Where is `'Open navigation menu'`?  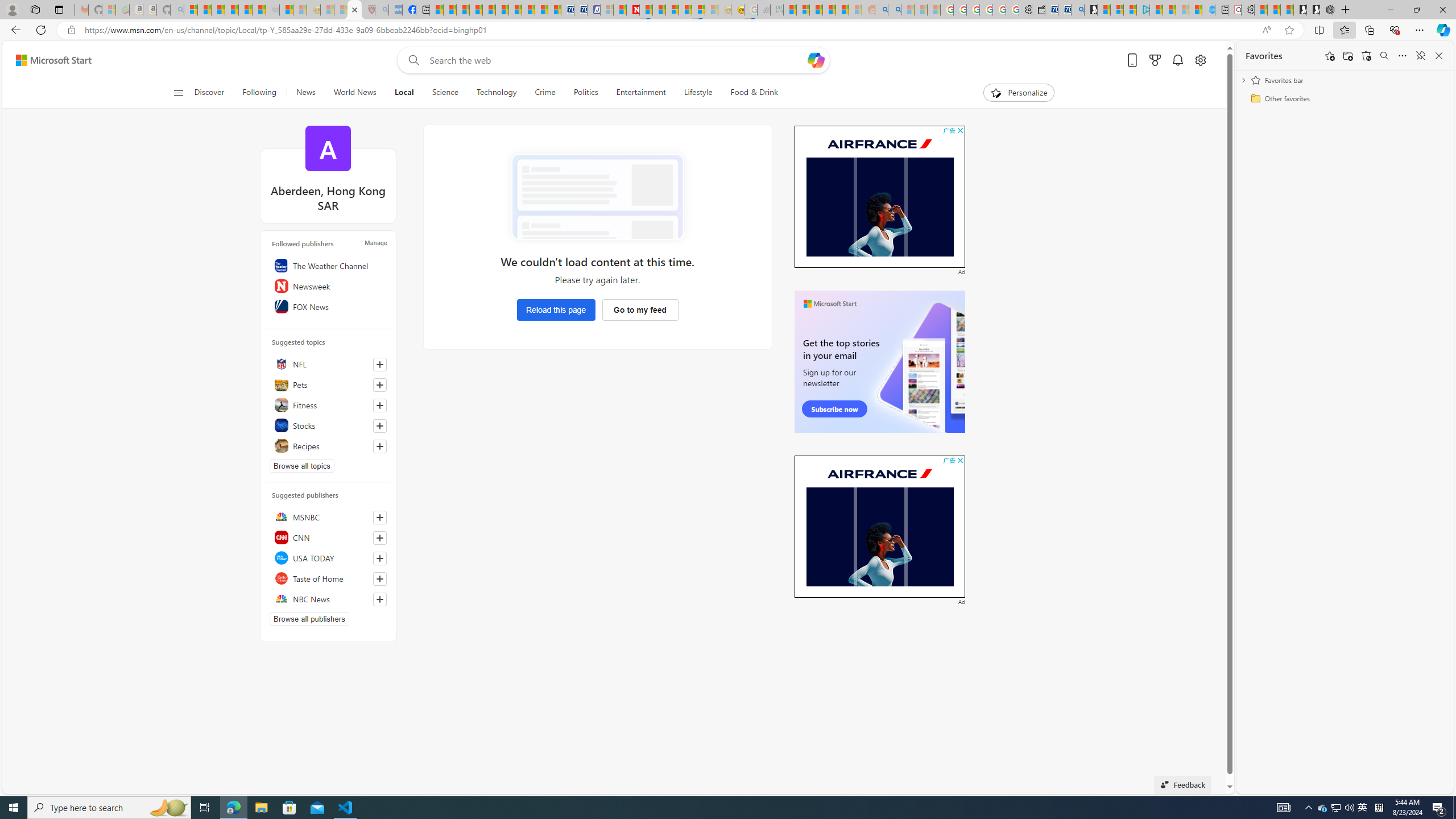 'Open navigation menu' is located at coordinates (178, 92).